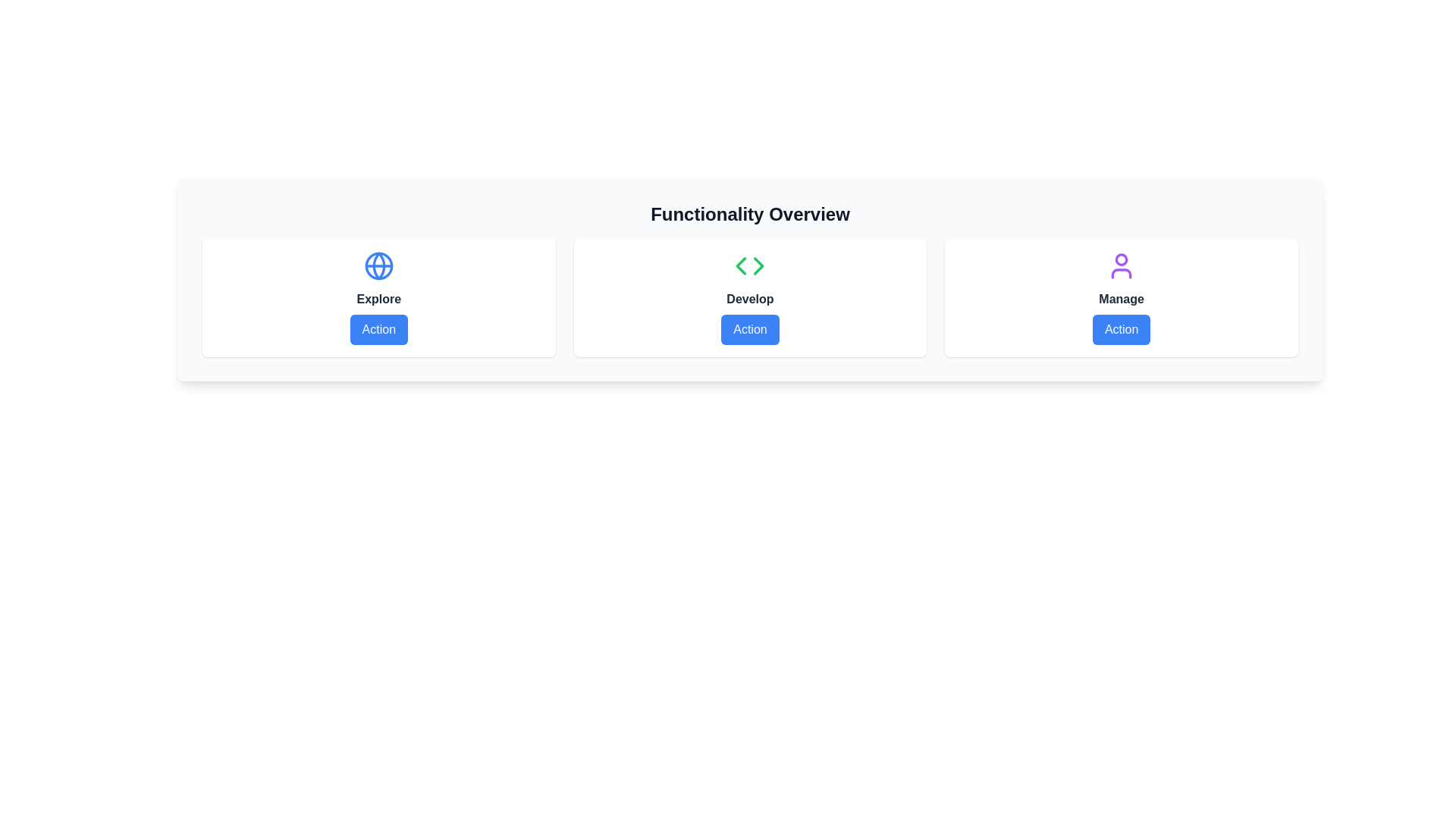  Describe the element at coordinates (750, 214) in the screenshot. I see `text of the Headline or Title Text, which introduces the content above the 'Explore', 'Develop', and 'Manage' cards` at that location.